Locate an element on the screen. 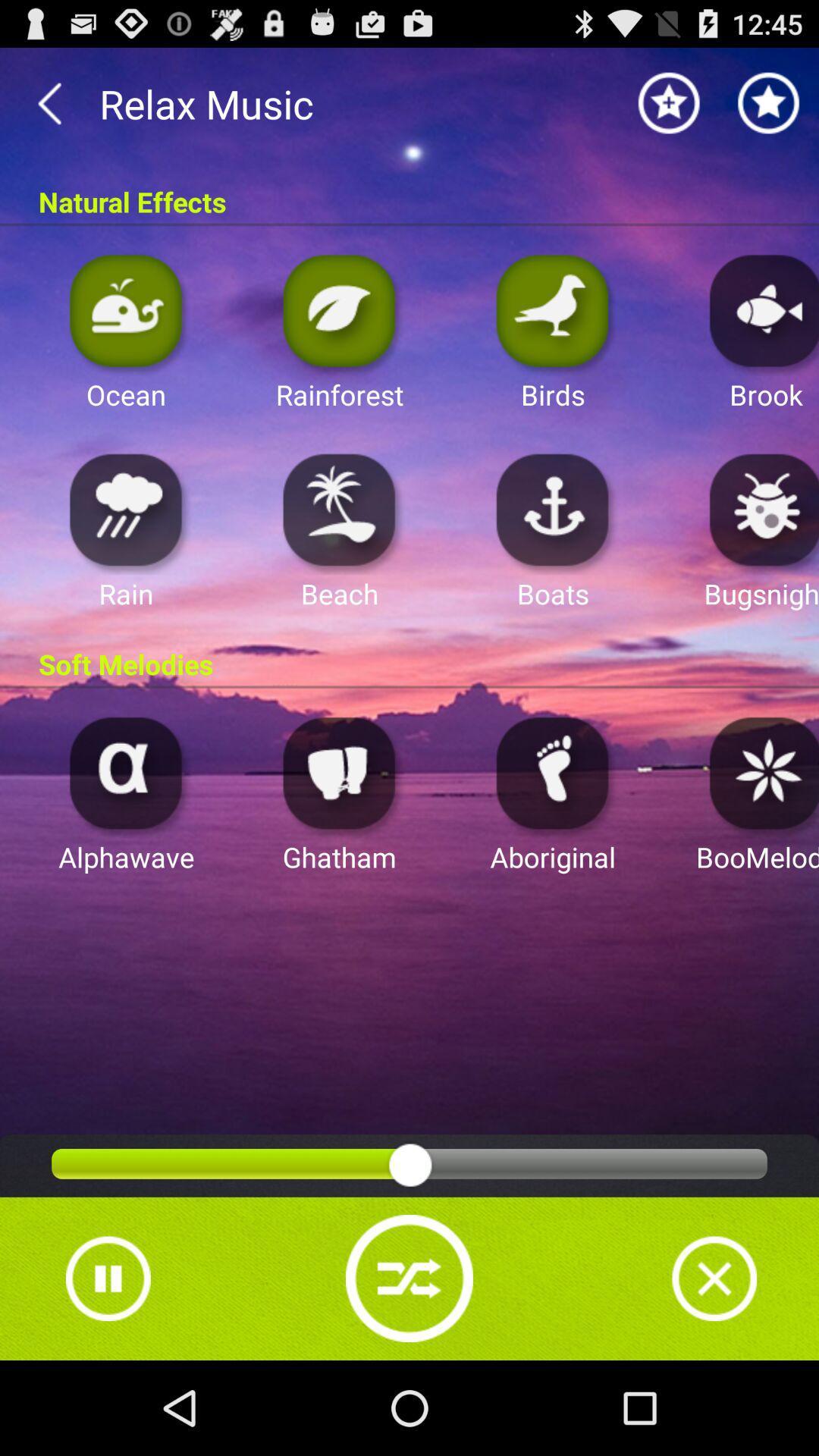 The image size is (819, 1456). choose effect is located at coordinates (760, 772).